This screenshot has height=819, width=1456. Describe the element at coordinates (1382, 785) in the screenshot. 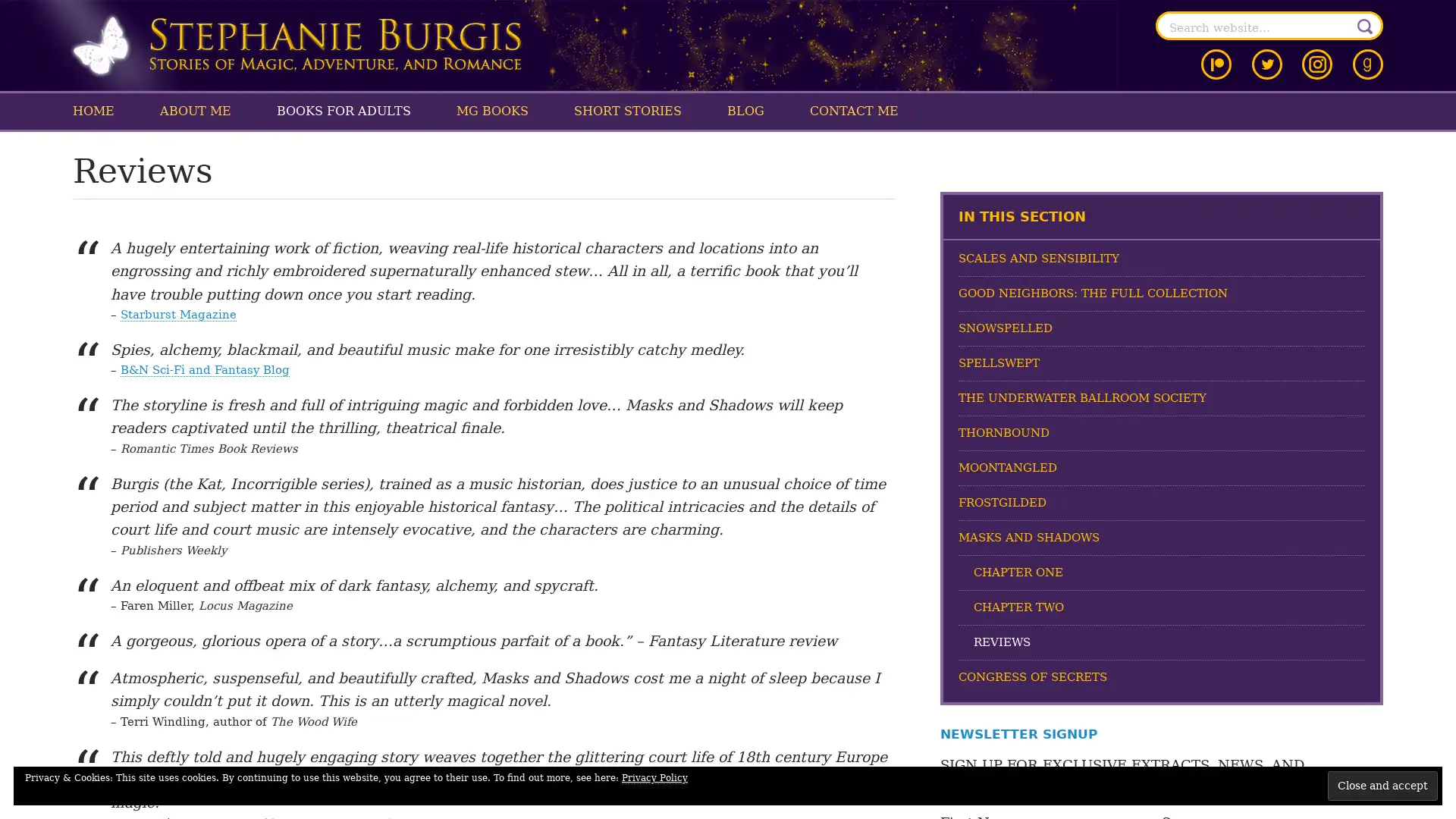

I see `Close and accept` at that location.